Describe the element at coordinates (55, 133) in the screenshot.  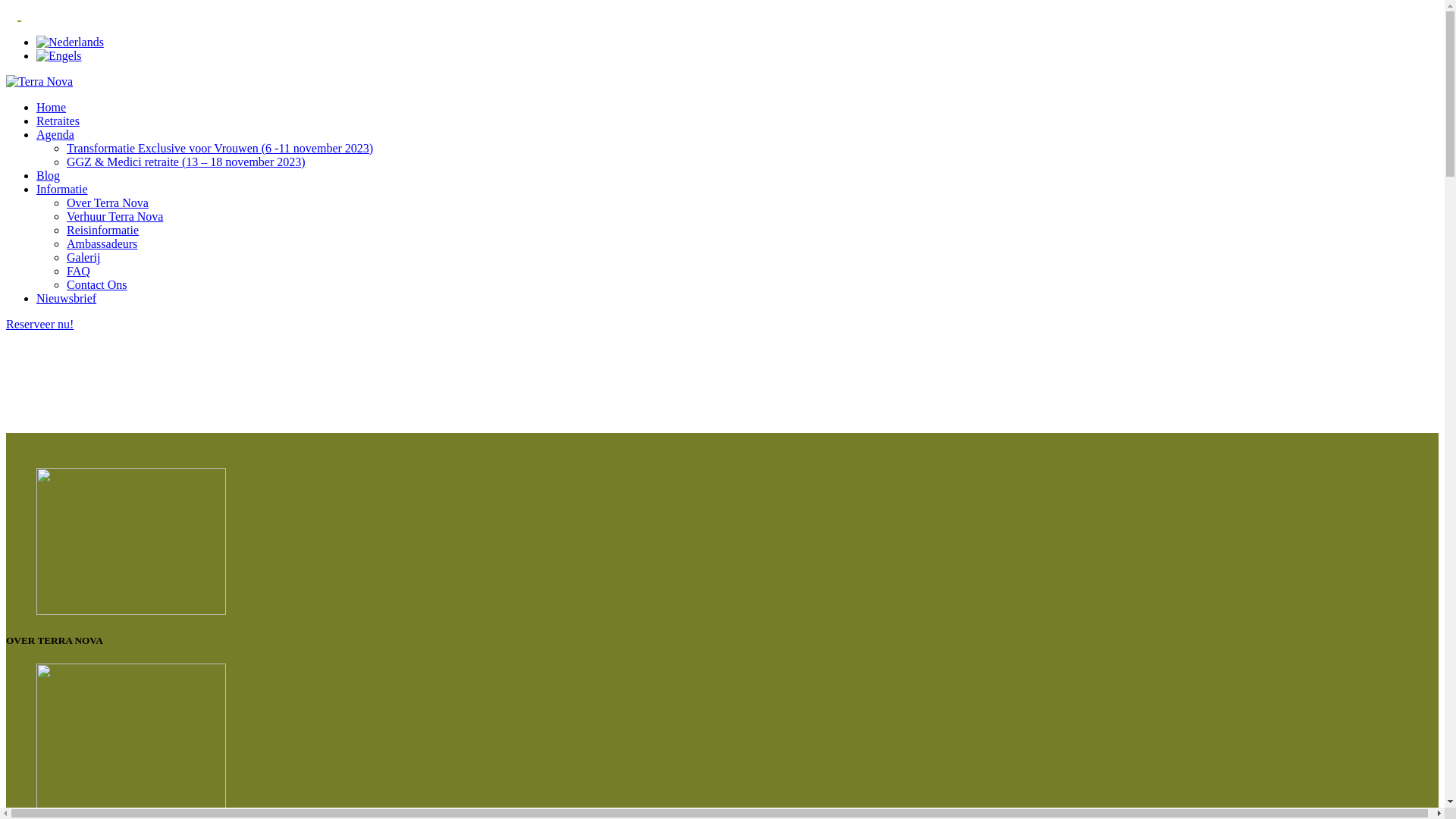
I see `'Agenda'` at that location.